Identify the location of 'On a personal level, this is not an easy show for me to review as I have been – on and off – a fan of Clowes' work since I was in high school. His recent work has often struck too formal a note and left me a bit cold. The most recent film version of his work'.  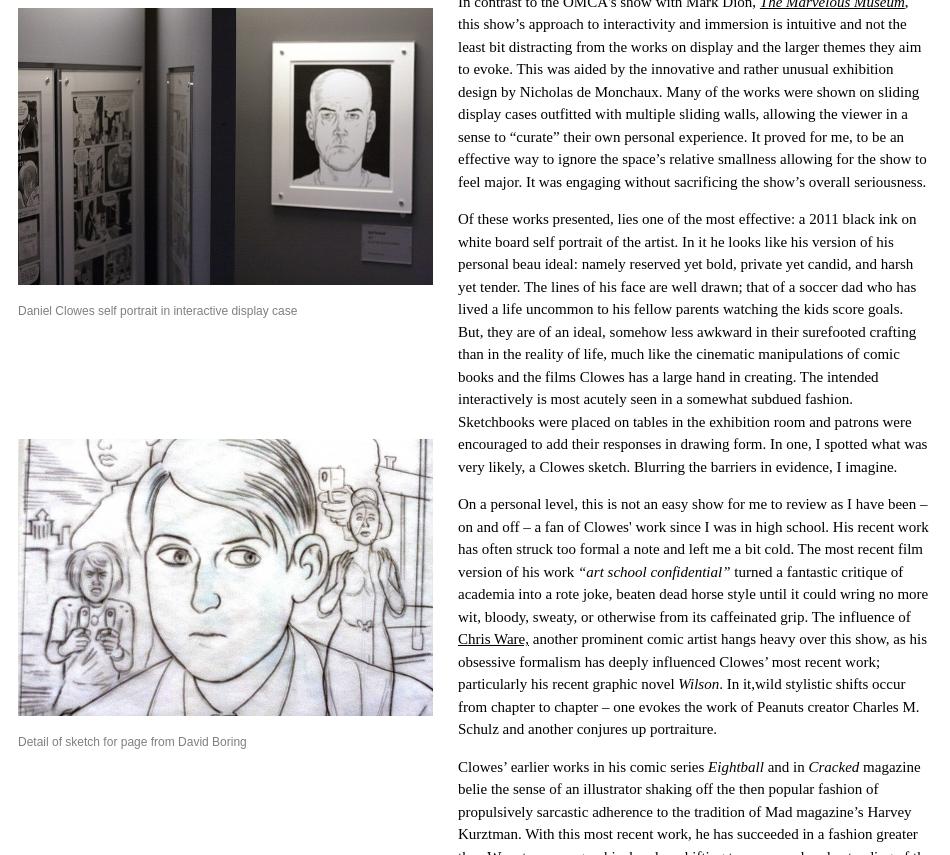
(693, 537).